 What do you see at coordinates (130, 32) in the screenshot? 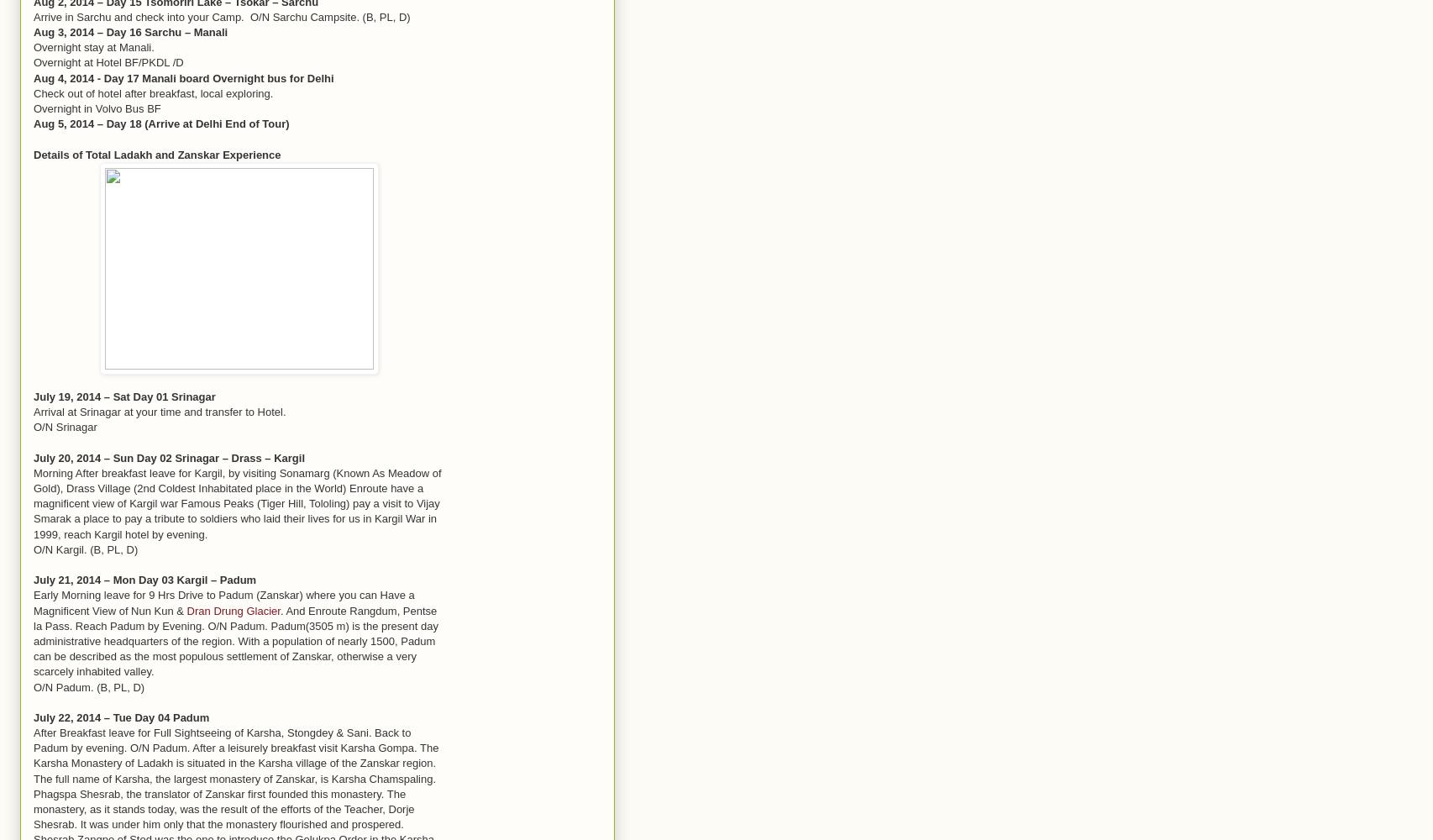
I see `'Aug 3, 2014 – Day 16 Sarchu – Manali'` at bounding box center [130, 32].